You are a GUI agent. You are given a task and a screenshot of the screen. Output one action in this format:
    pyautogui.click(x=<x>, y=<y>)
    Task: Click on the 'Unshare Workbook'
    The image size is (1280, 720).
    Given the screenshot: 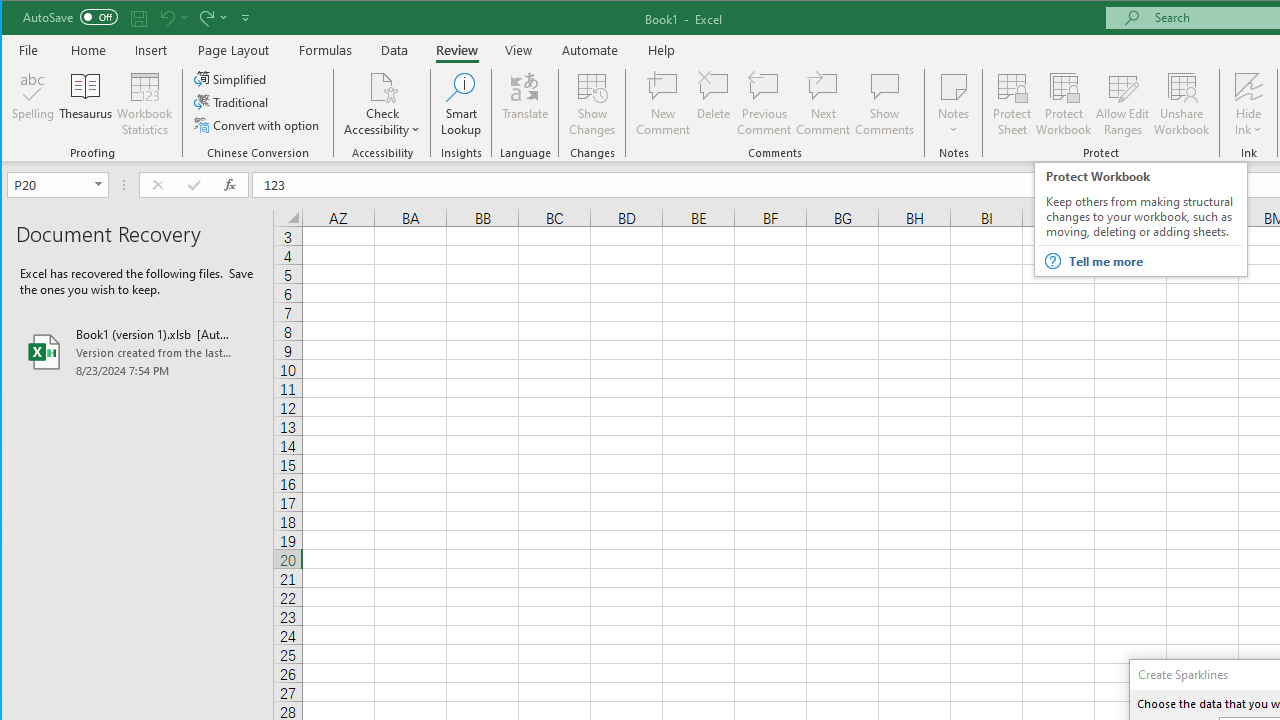 What is the action you would take?
    pyautogui.click(x=1182, y=104)
    